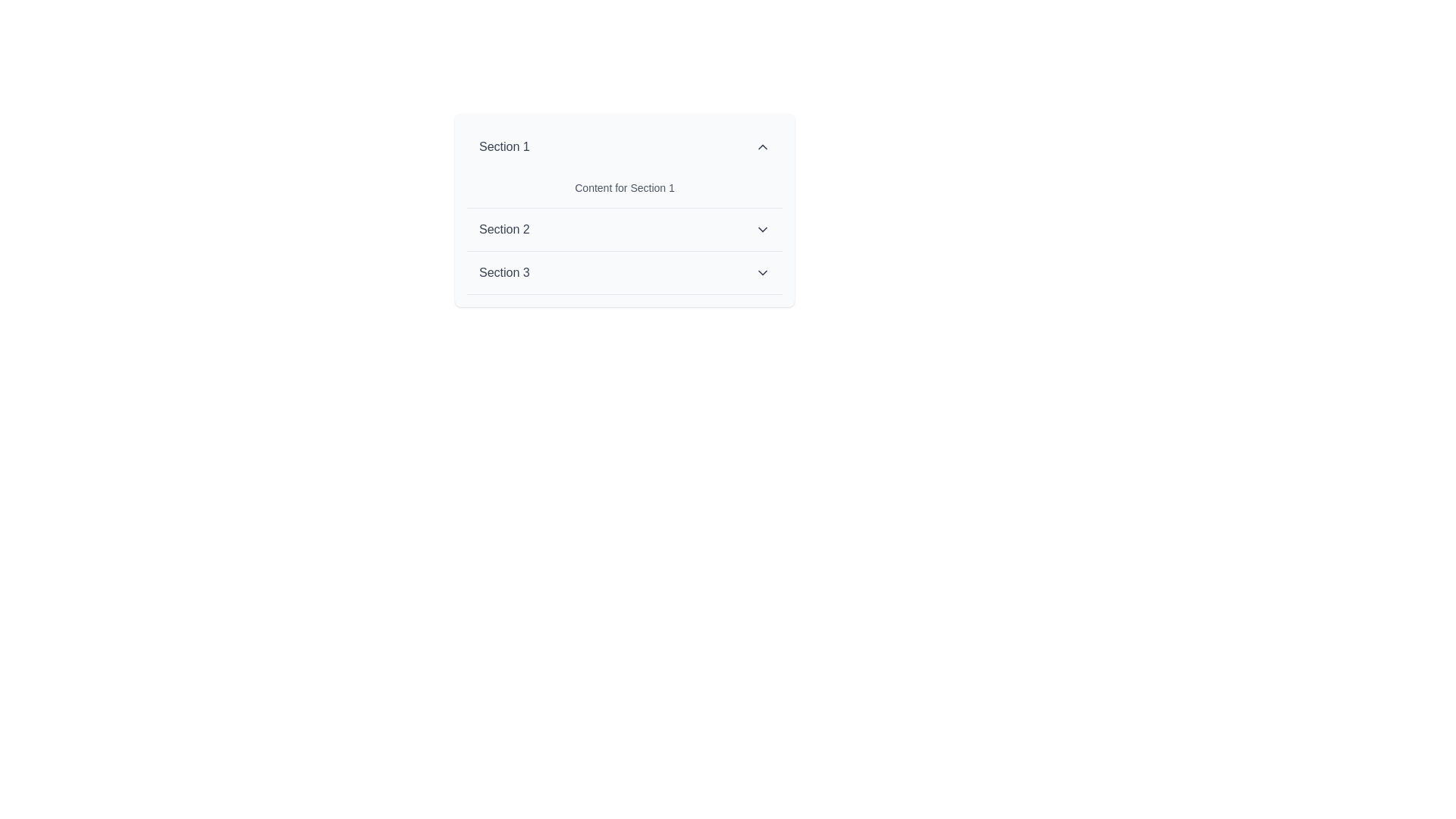 The height and width of the screenshot is (819, 1456). What do you see at coordinates (763, 146) in the screenshot?
I see `the upward-pointing chevron icon located at the upper right-hand side of the 'Section 1' header` at bounding box center [763, 146].